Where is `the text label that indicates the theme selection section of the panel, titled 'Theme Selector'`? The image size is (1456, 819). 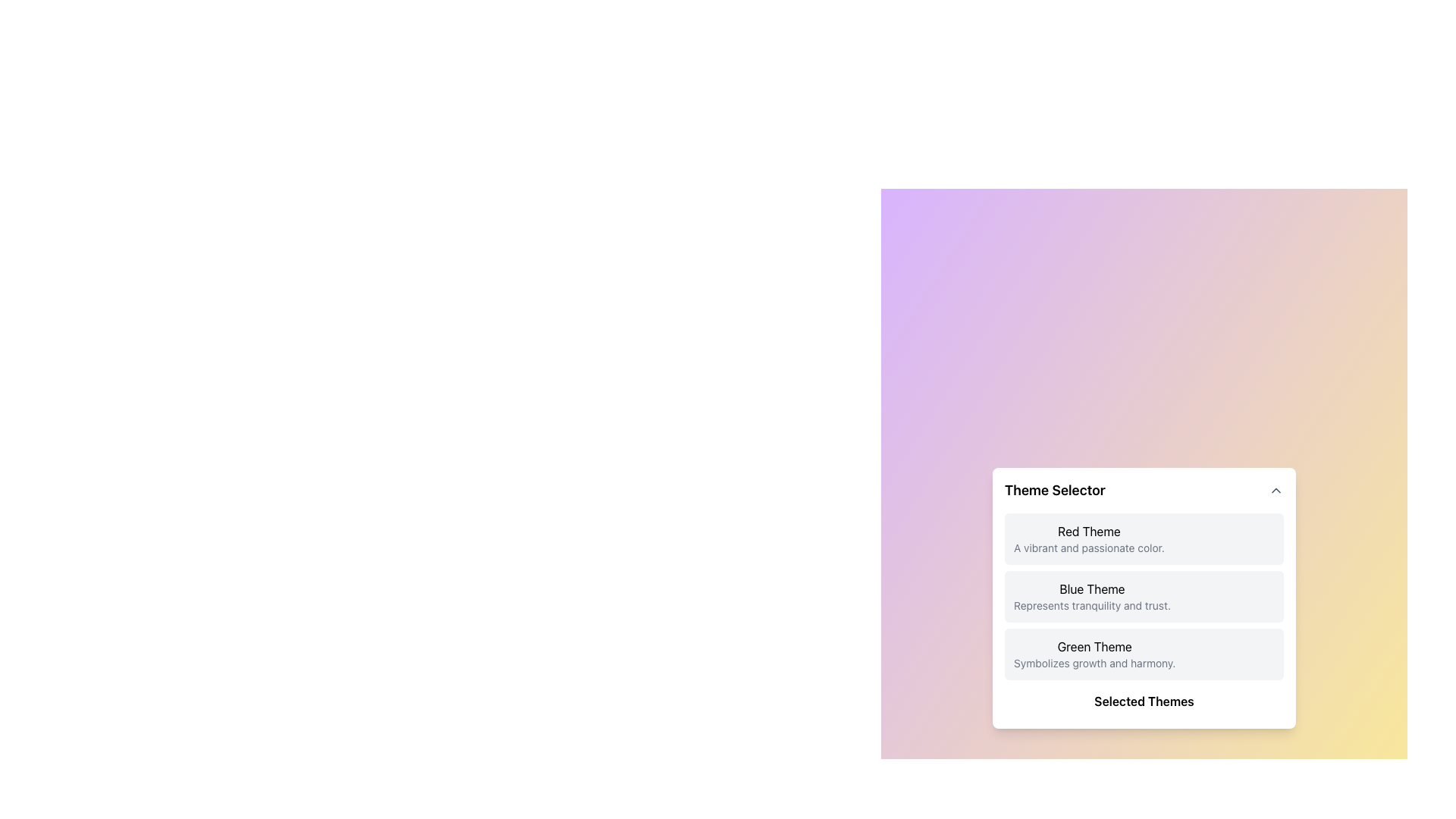
the text label that indicates the theme selection section of the panel, titled 'Theme Selector' is located at coordinates (1054, 491).